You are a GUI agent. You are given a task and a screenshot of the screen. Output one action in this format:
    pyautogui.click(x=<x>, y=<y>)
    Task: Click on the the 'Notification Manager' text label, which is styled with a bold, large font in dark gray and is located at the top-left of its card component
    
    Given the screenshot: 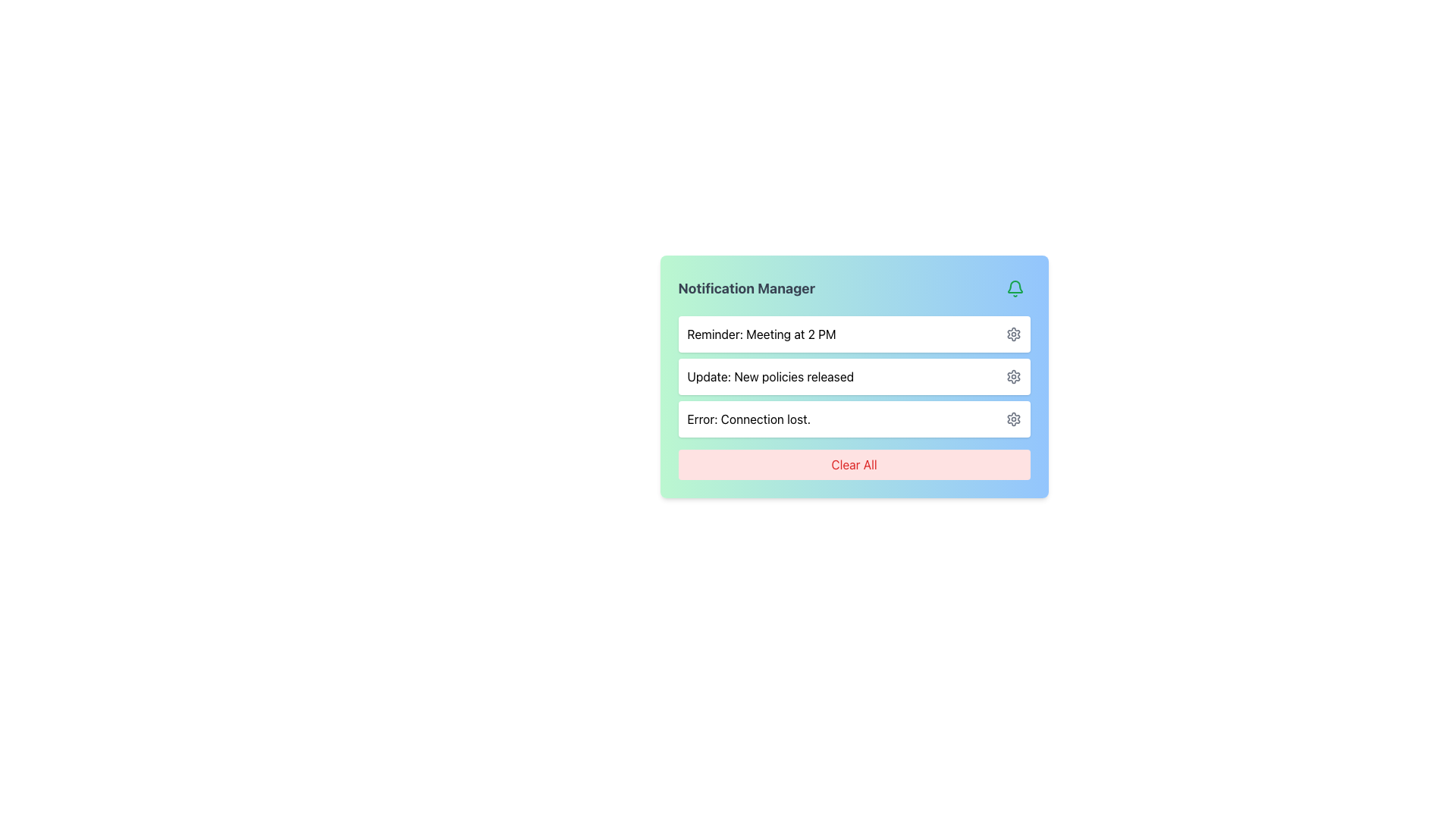 What is the action you would take?
    pyautogui.click(x=746, y=289)
    